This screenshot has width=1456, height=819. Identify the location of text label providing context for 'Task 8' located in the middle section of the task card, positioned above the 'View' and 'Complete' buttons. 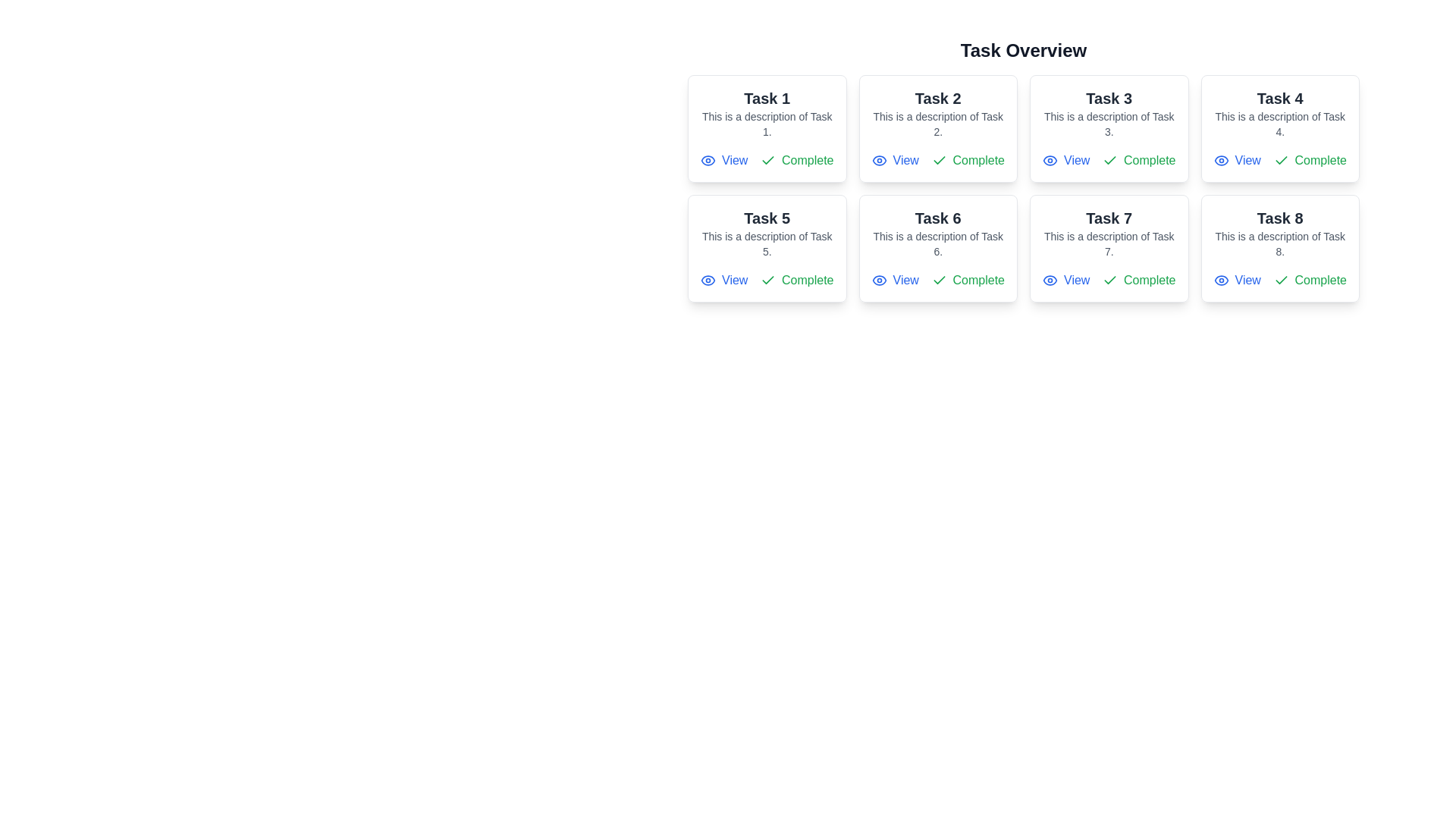
(1279, 243).